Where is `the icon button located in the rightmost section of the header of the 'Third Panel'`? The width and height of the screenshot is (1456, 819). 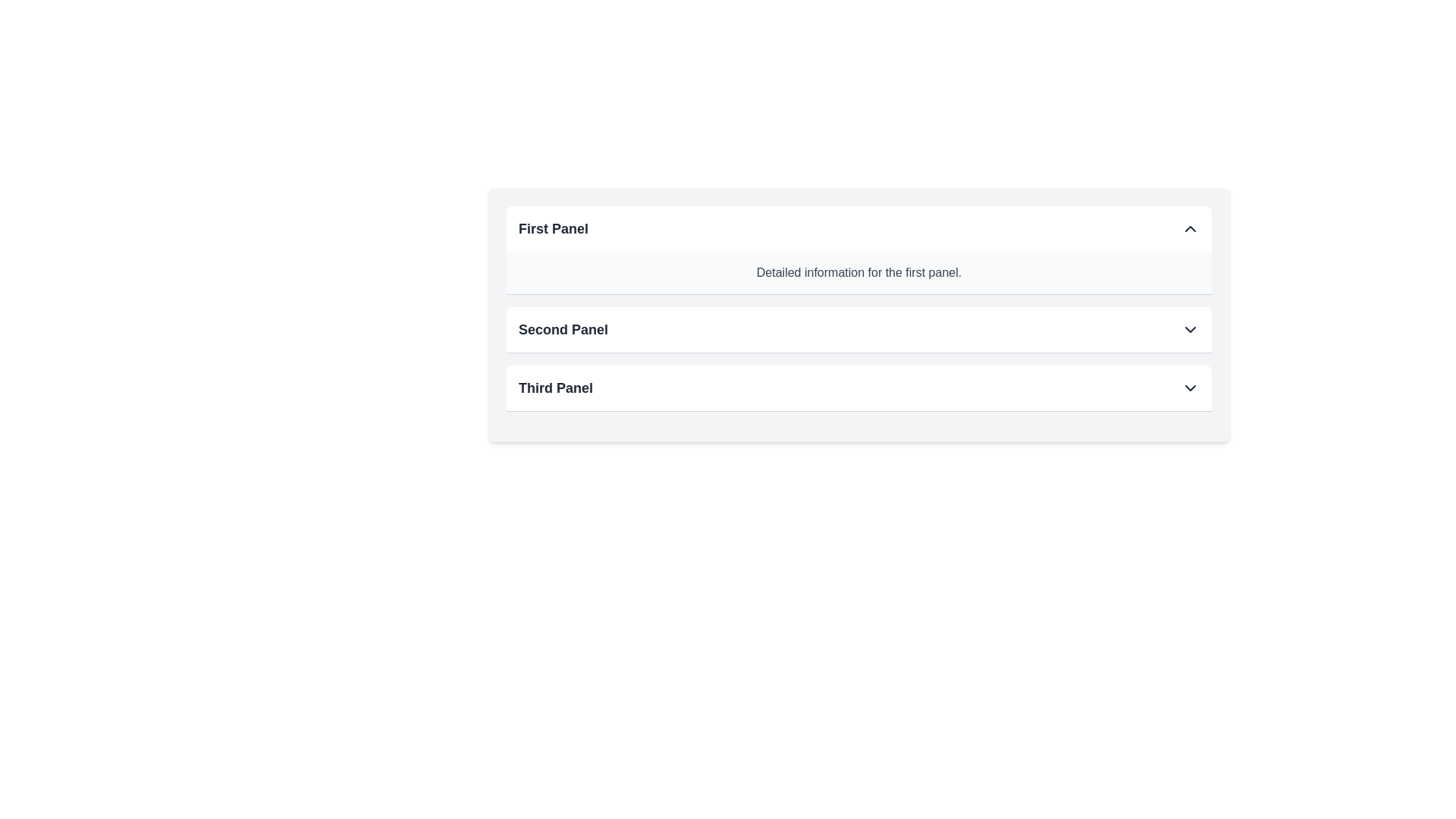 the icon button located in the rightmost section of the header of the 'Third Panel' is located at coordinates (1189, 388).